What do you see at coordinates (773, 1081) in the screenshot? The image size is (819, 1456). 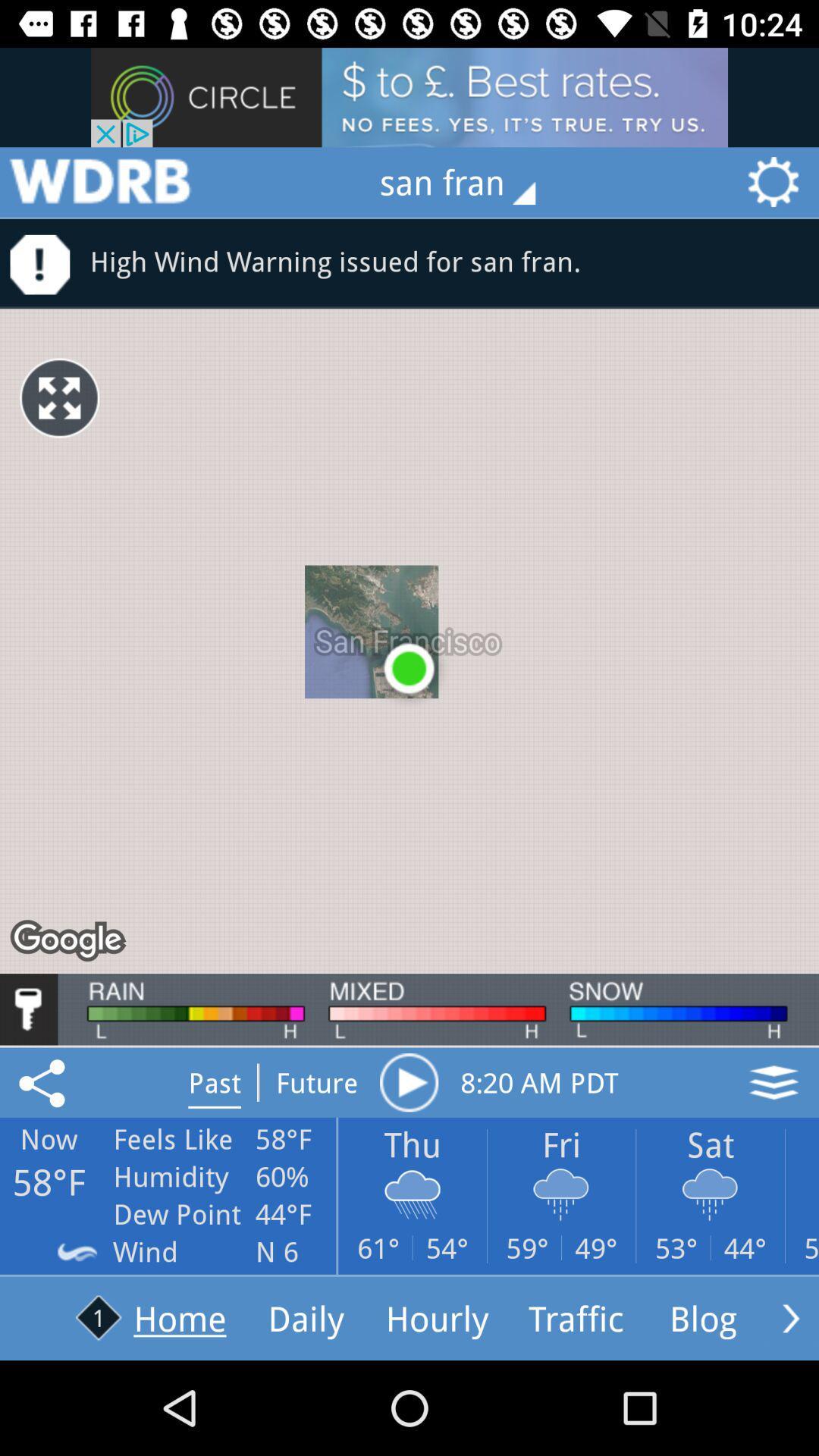 I see `the layers icon` at bounding box center [773, 1081].